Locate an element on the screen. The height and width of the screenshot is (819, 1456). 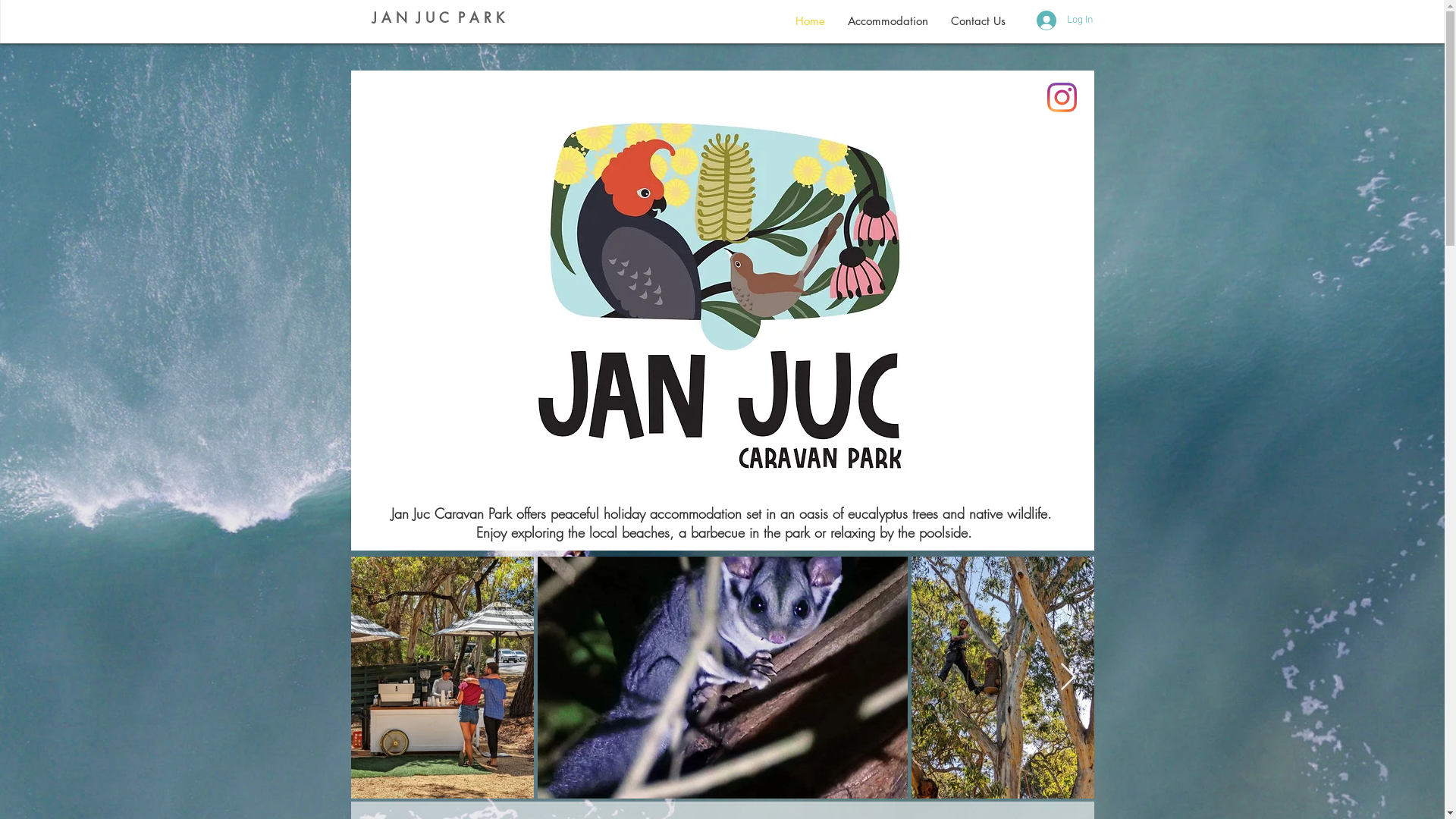
'Contact Us' is located at coordinates (977, 20).